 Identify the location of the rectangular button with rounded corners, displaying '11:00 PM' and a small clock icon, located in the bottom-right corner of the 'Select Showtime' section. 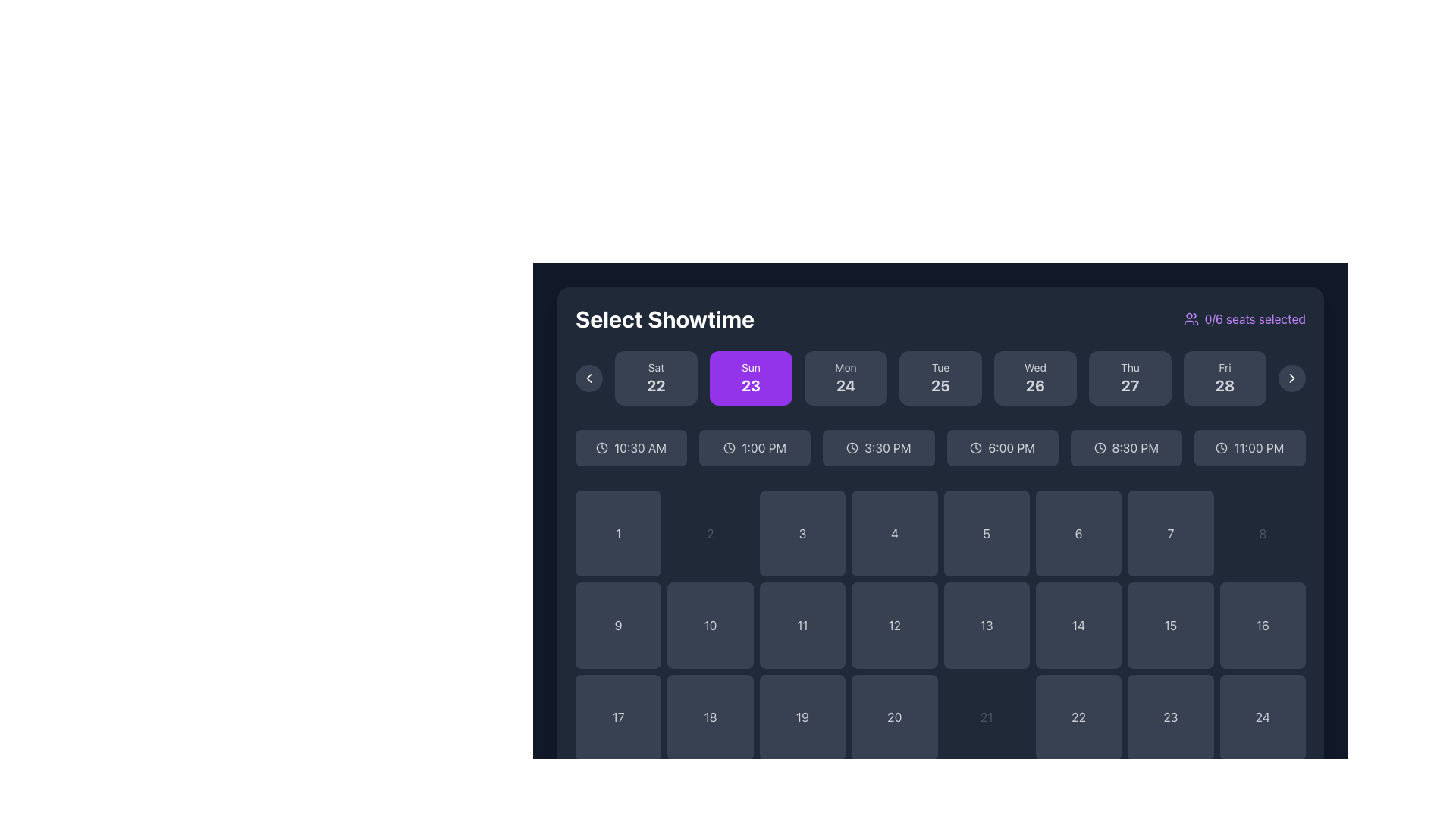
(1250, 447).